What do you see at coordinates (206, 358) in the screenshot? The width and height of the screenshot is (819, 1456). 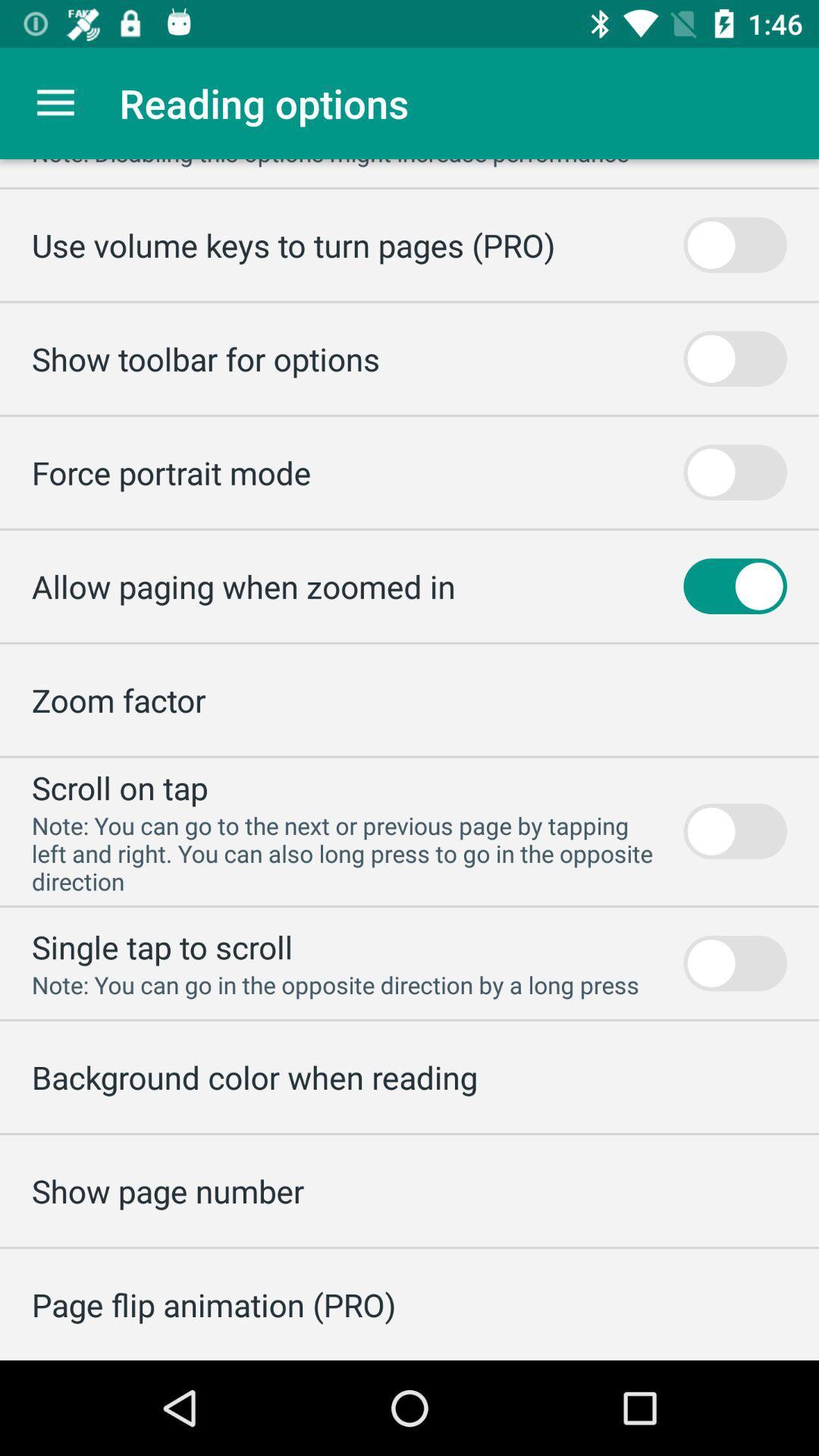 I see `the show toolbar for icon` at bounding box center [206, 358].